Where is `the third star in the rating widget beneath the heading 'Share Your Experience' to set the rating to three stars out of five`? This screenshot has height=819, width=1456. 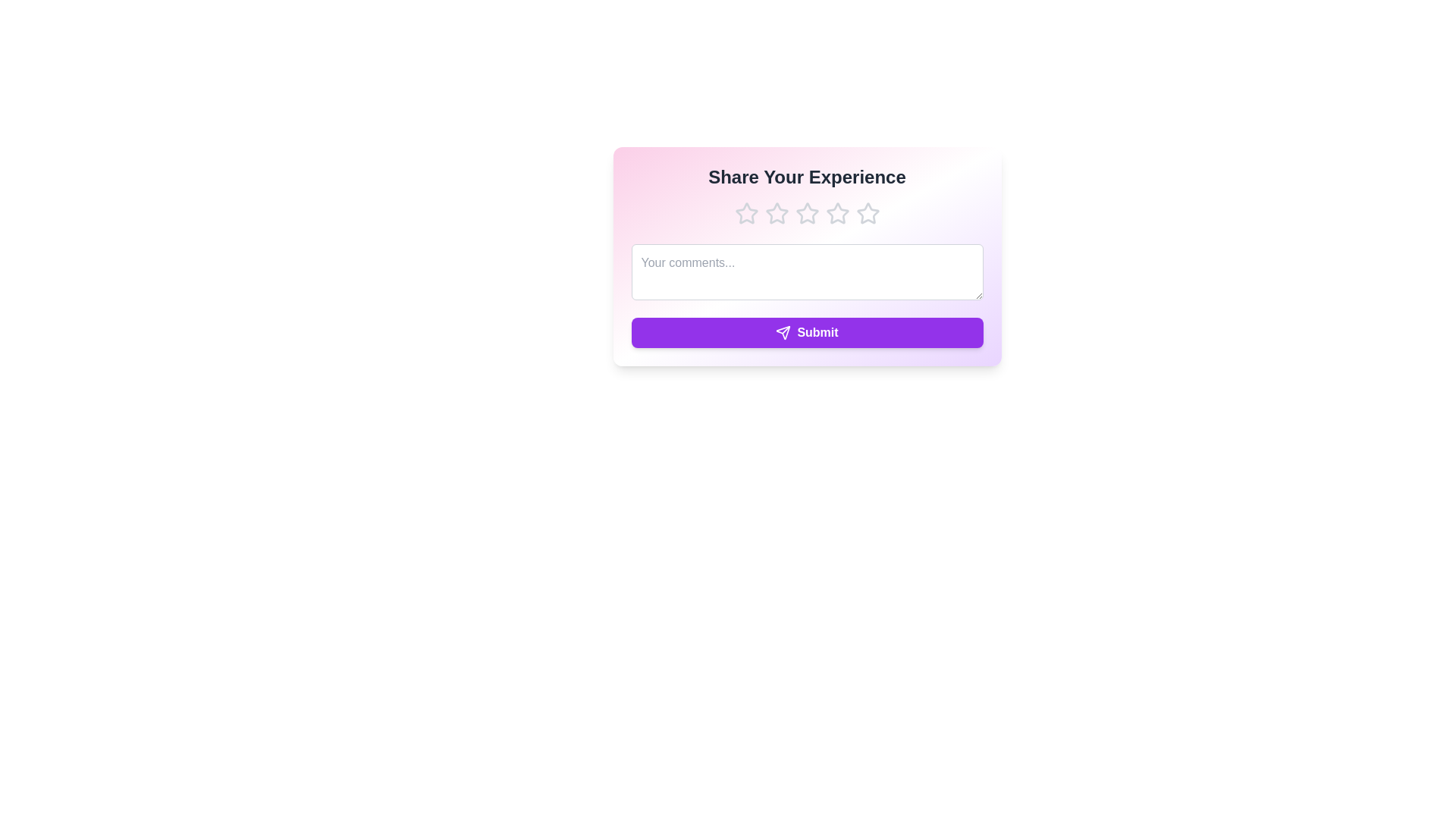
the third star in the rating widget beneath the heading 'Share Your Experience' to set the rating to three stars out of five is located at coordinates (836, 213).